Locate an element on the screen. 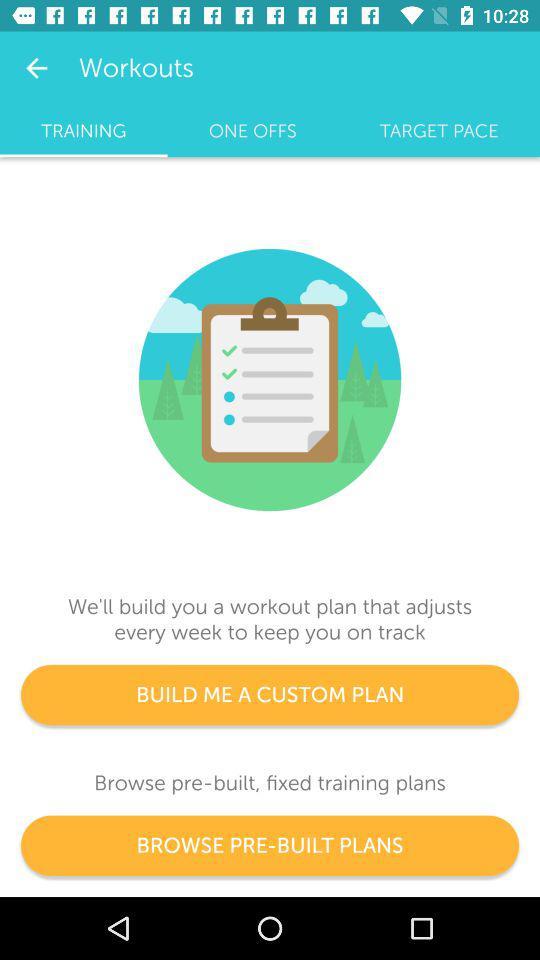  the icon above the training is located at coordinates (36, 68).